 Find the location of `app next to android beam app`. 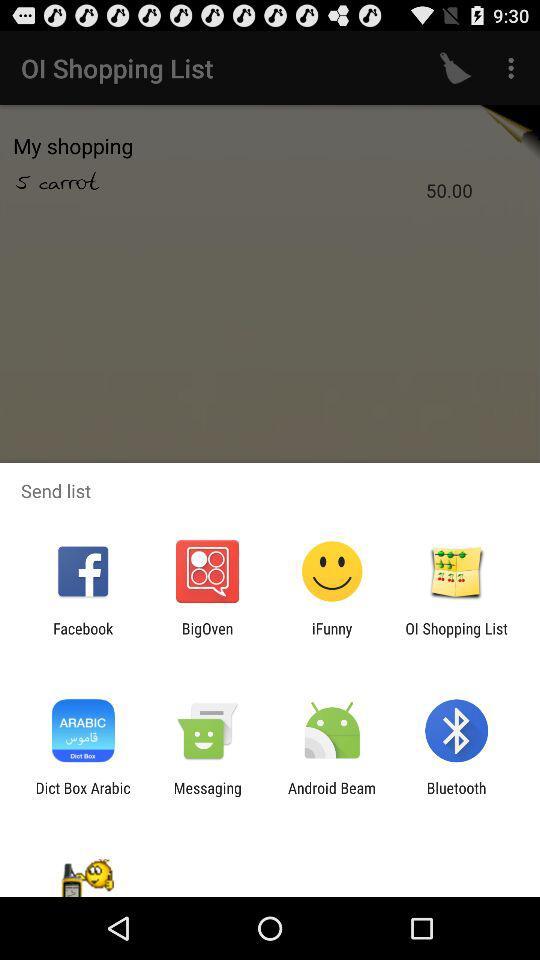

app next to android beam app is located at coordinates (456, 796).